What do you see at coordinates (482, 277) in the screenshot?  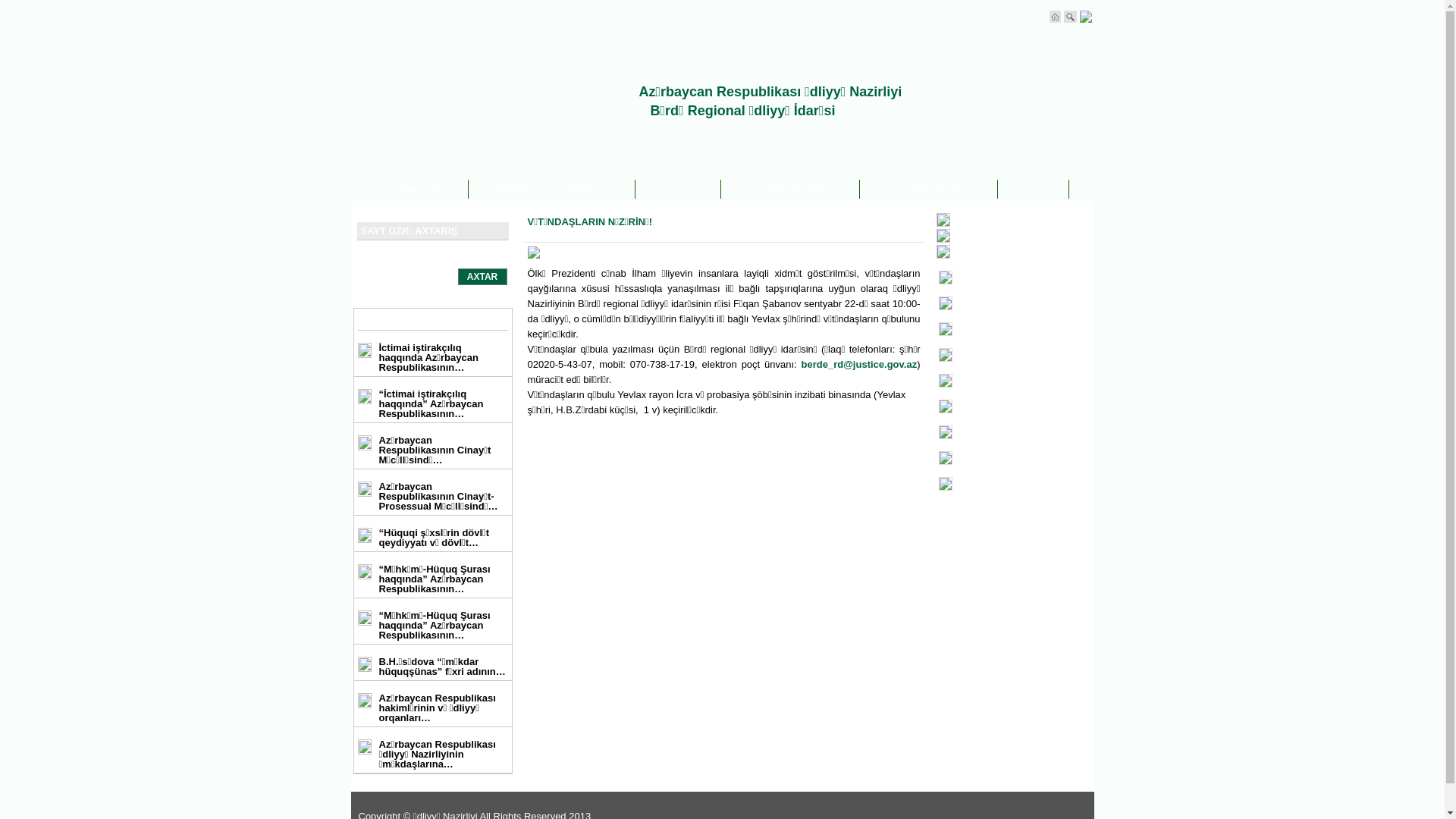 I see `'AXTAR'` at bounding box center [482, 277].